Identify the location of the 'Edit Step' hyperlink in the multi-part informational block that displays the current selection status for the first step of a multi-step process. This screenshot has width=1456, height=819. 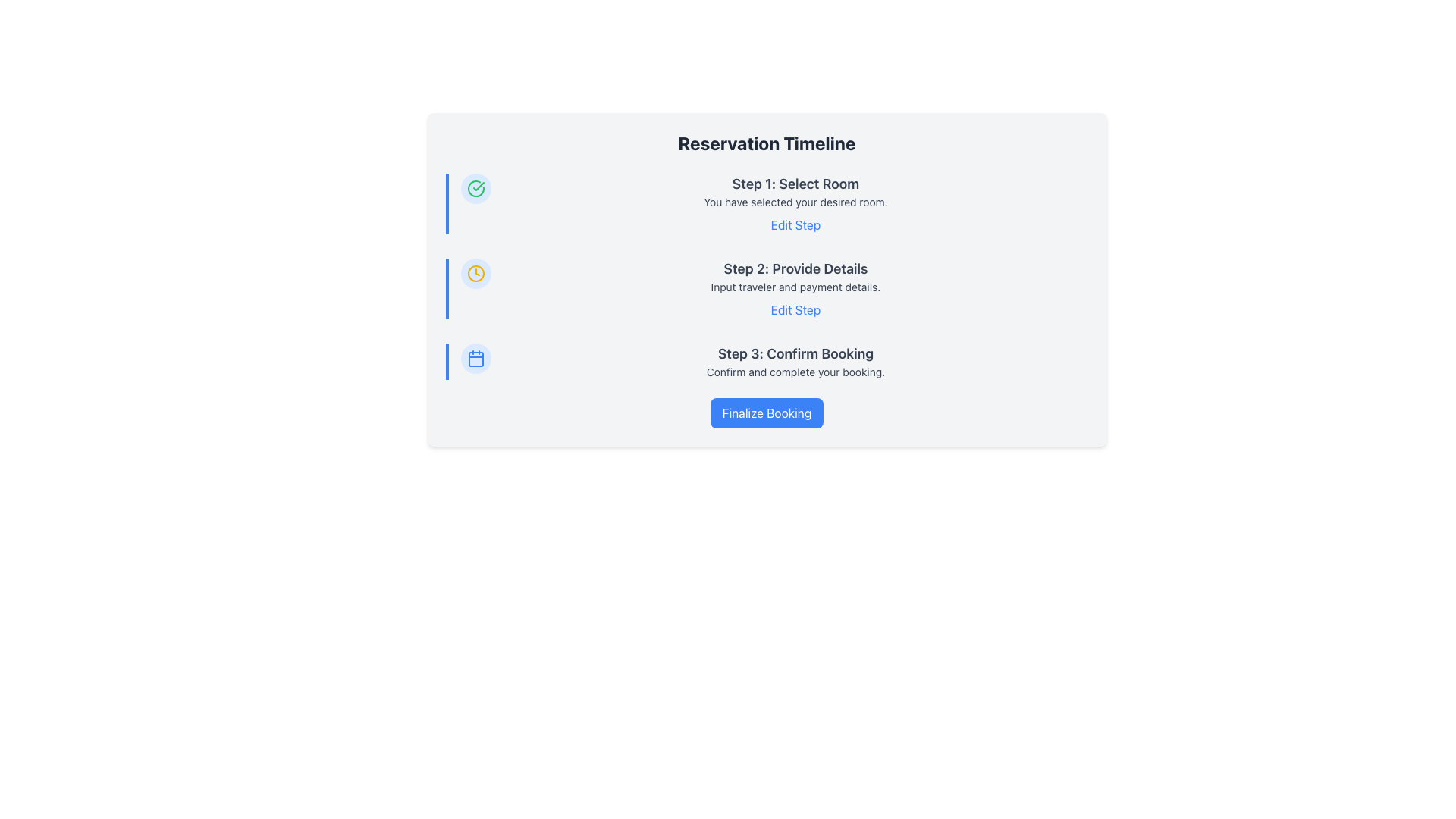
(795, 203).